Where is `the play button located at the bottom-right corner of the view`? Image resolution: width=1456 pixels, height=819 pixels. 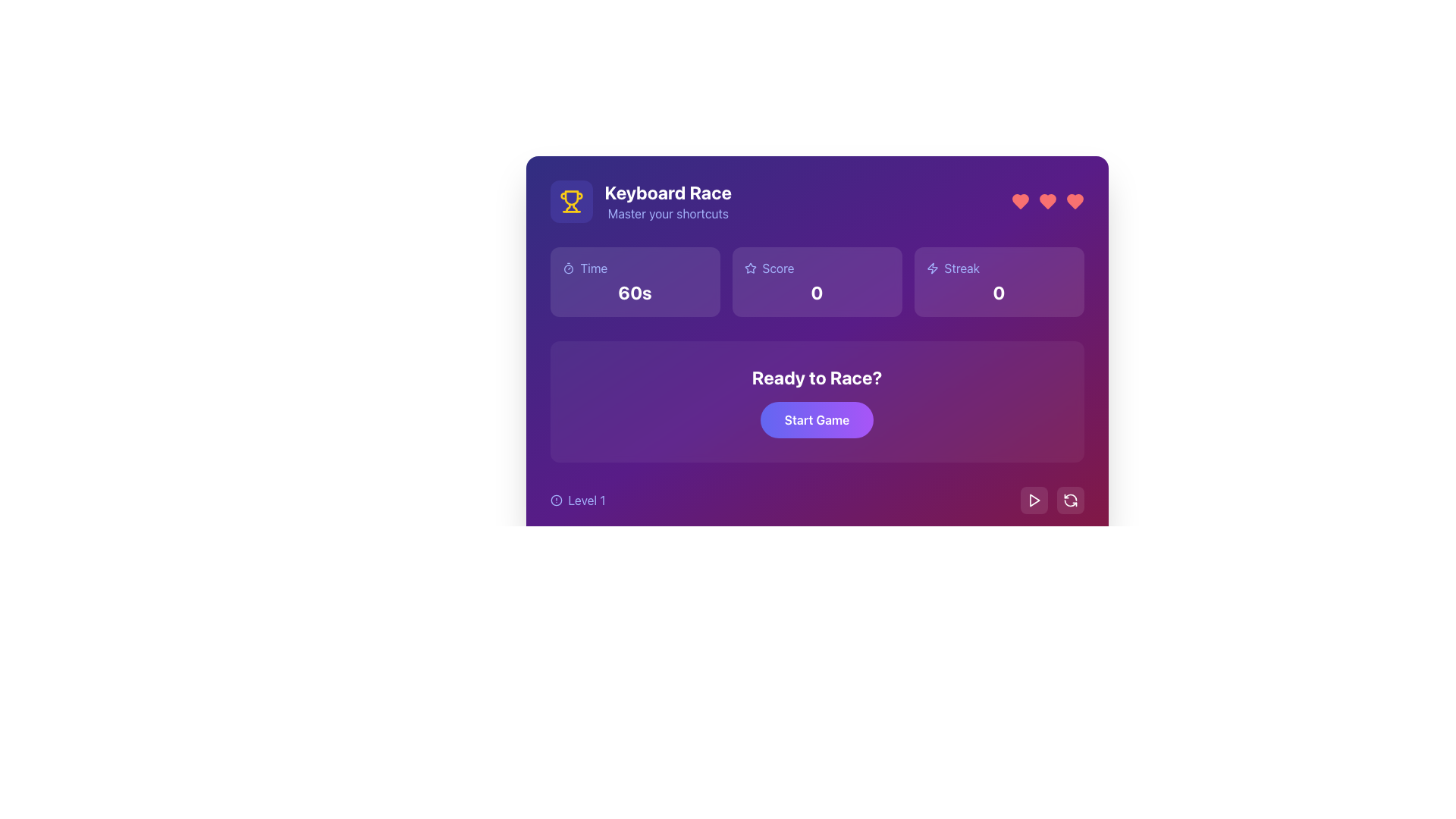
the play button located at the bottom-right corner of the view is located at coordinates (1033, 500).